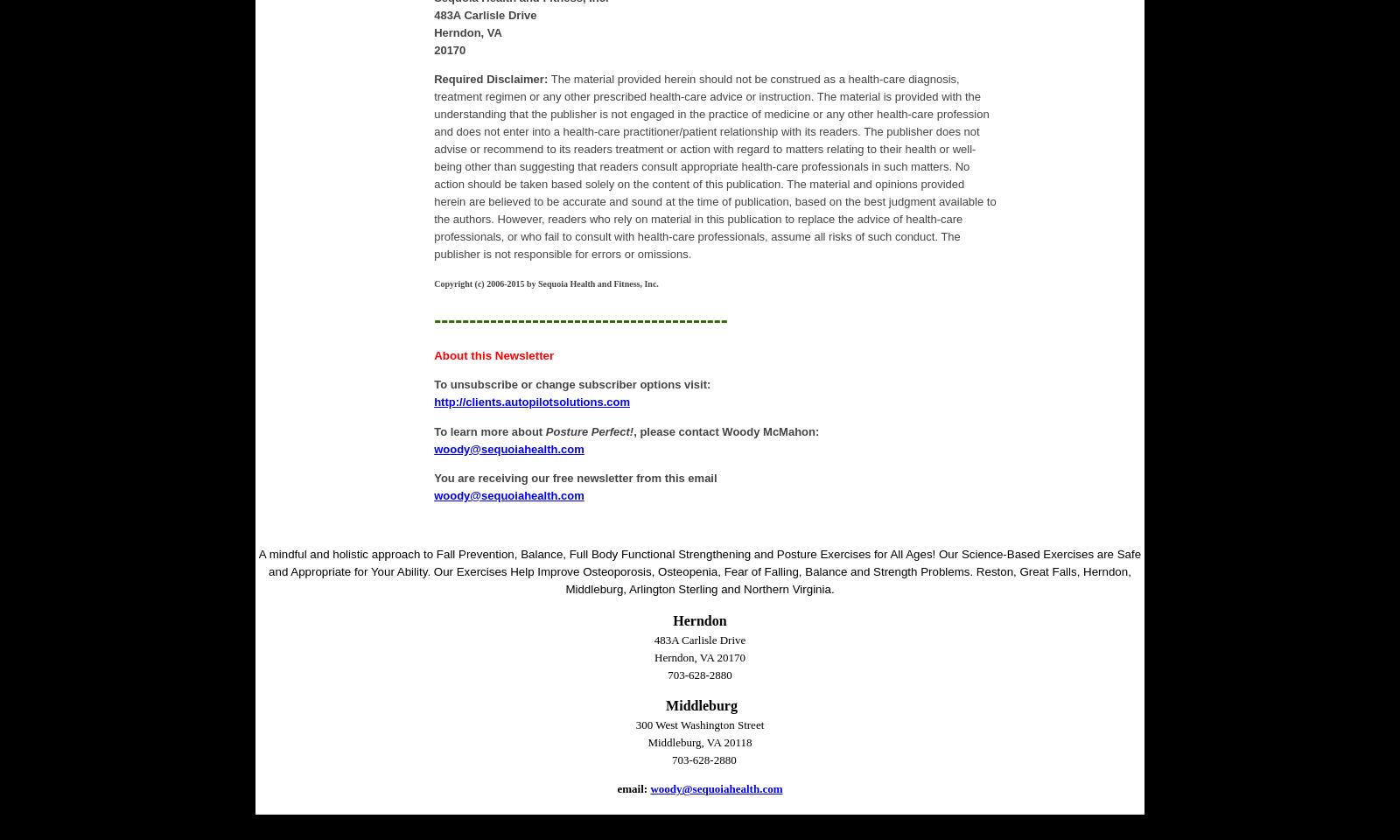  What do you see at coordinates (616, 788) in the screenshot?
I see `'email:'` at bounding box center [616, 788].